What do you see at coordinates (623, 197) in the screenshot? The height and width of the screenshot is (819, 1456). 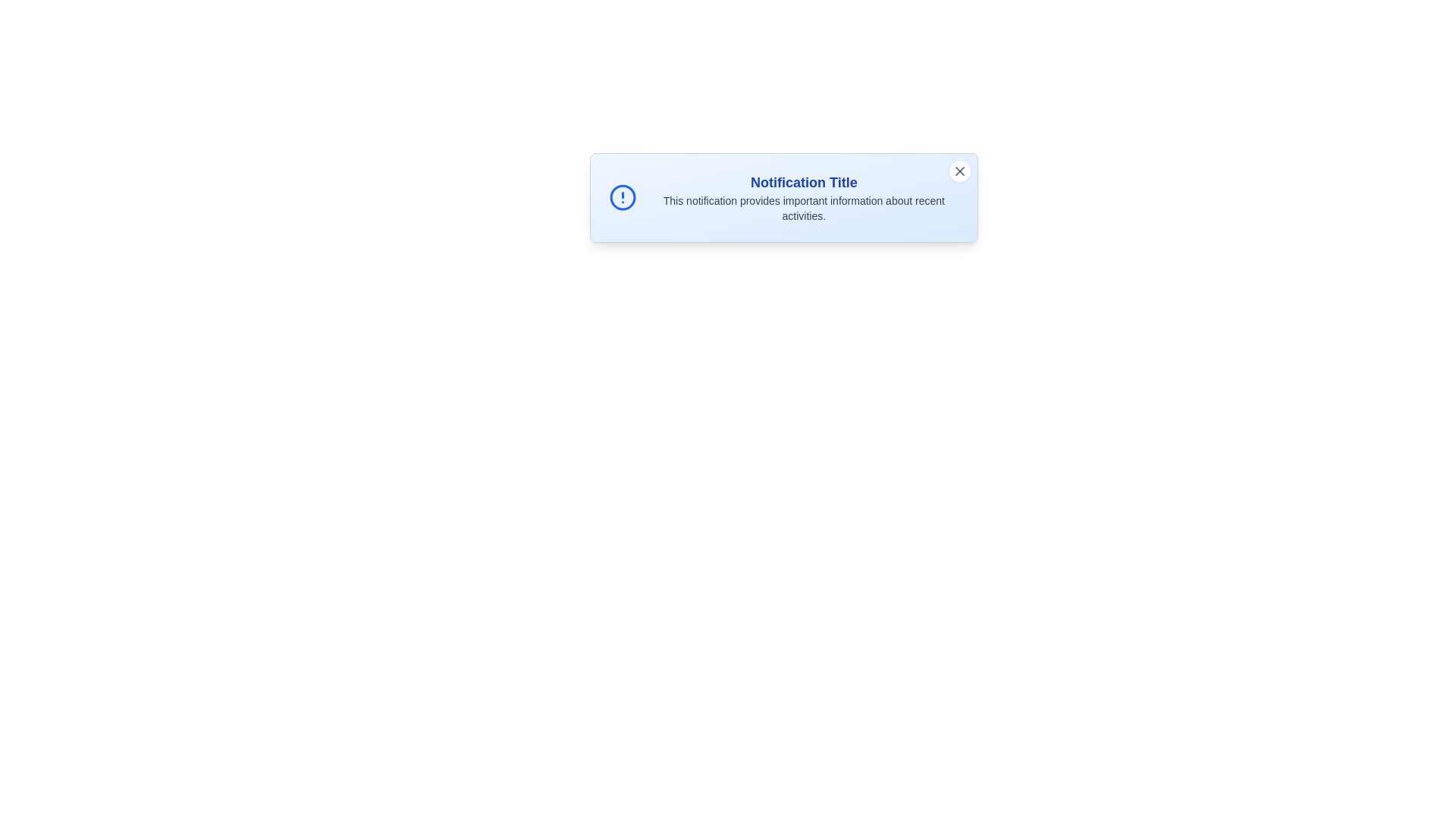 I see `the alert or notification indicator icon located on the left side of the notification banner, adjacent to the title text` at bounding box center [623, 197].